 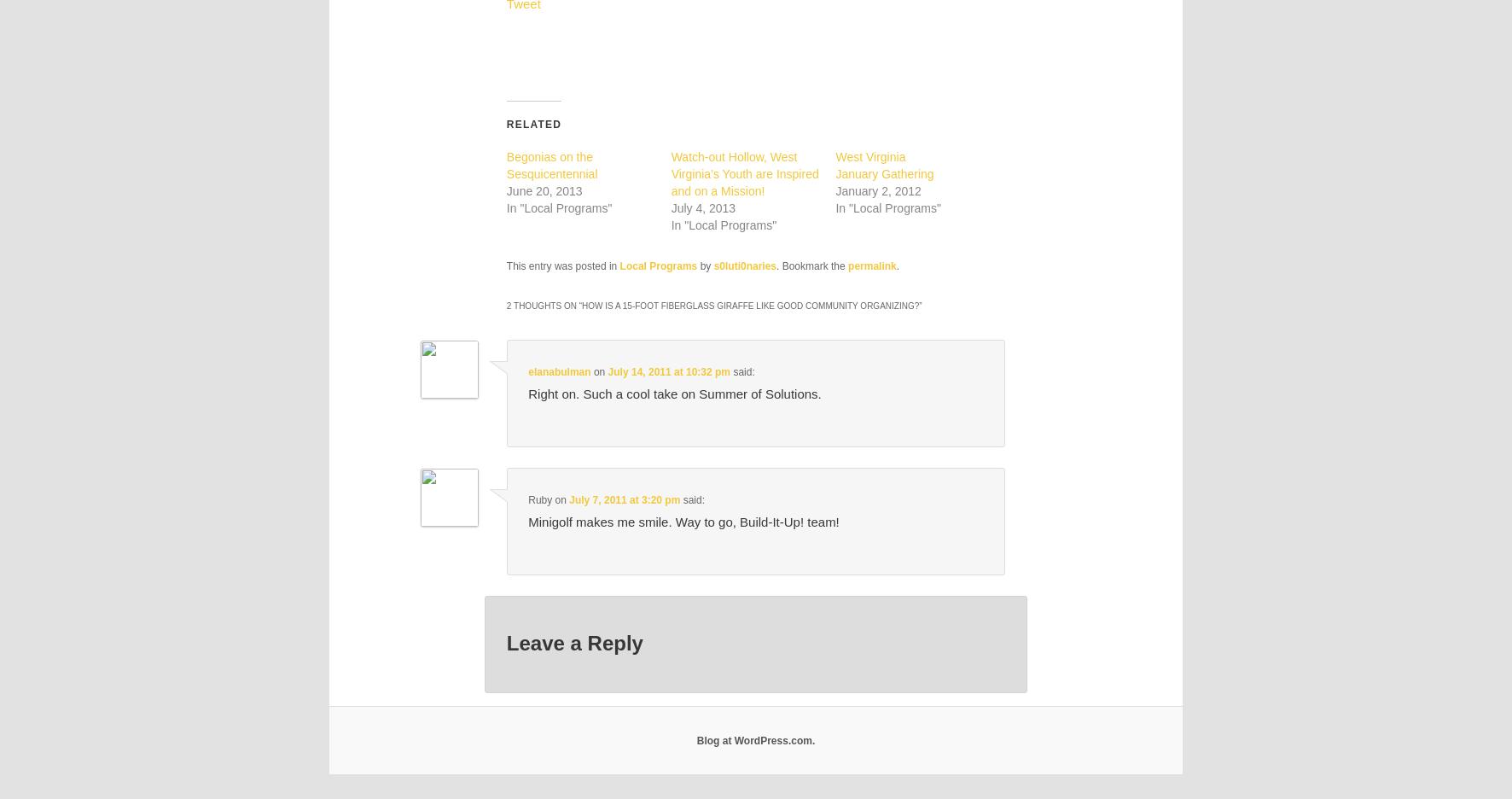 I want to click on 'Minigolf makes me smile. Way to go, Build-It-Up! team!', so click(x=683, y=521).